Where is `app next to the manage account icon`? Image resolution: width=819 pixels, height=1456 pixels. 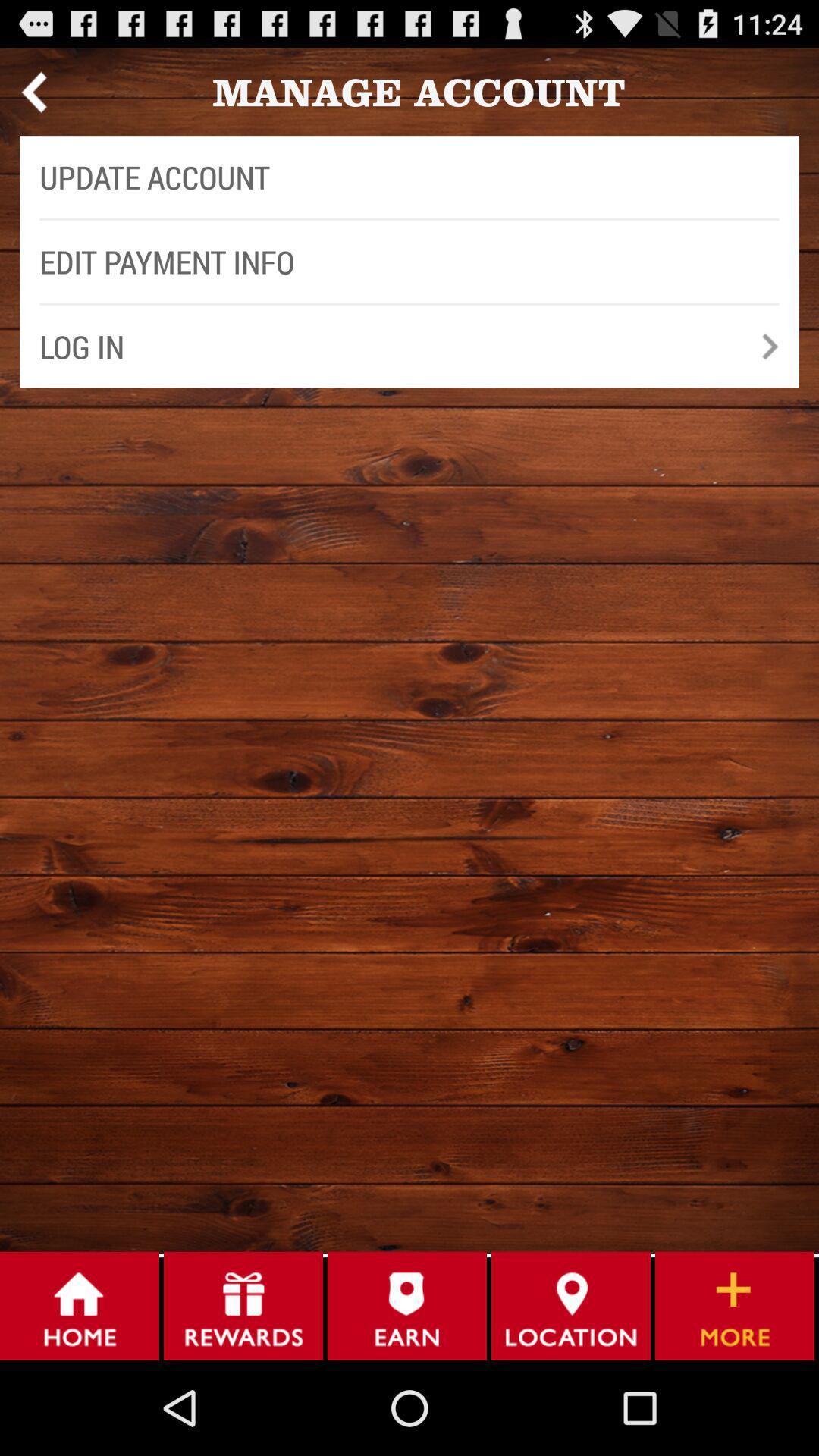 app next to the manage account icon is located at coordinates (33, 91).